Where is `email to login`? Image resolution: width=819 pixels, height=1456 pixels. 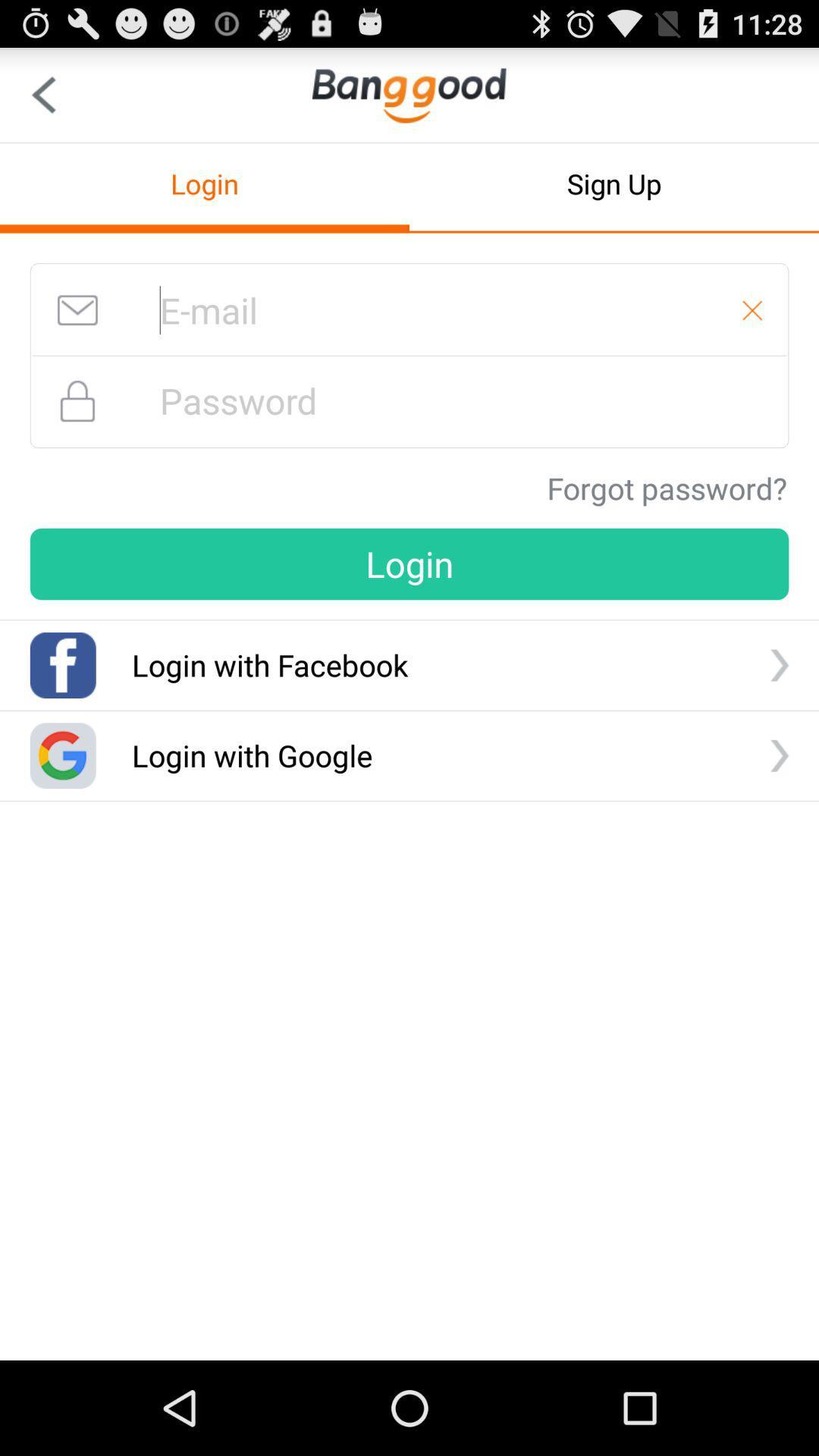 email to login is located at coordinates (409, 309).